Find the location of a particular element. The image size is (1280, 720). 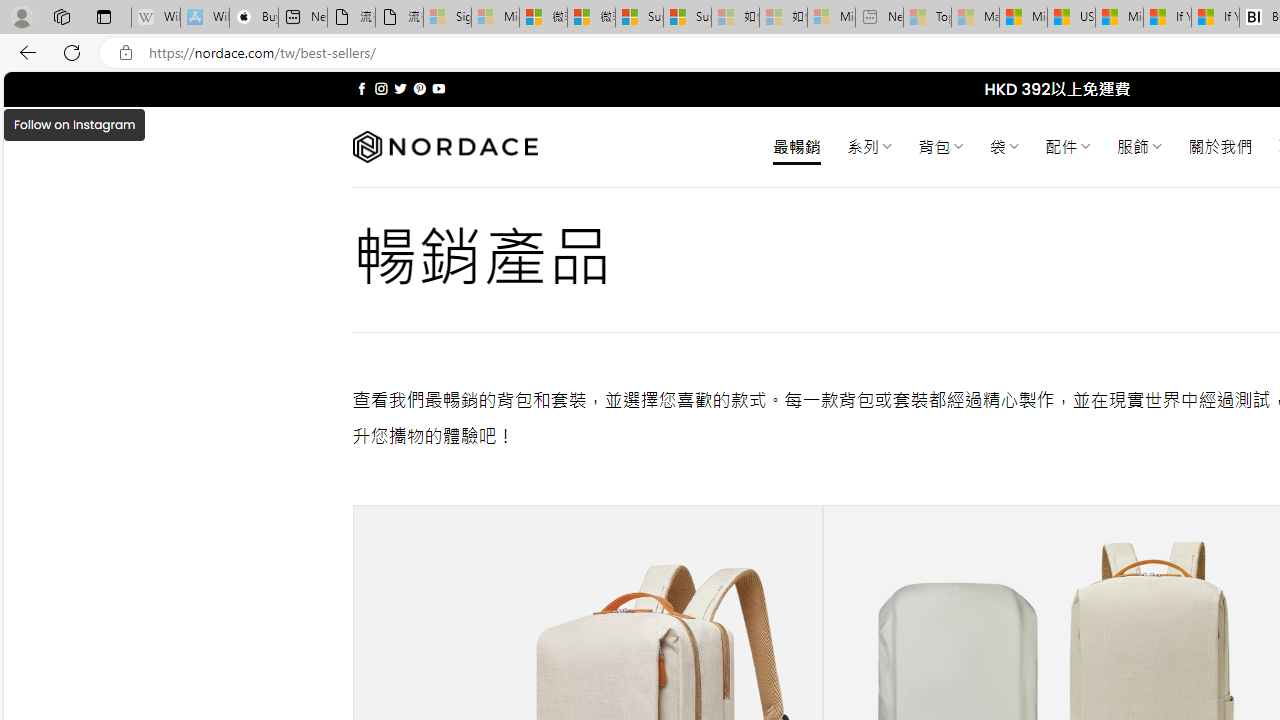

'Marine life - MSN - Sleeping' is located at coordinates (976, 17).